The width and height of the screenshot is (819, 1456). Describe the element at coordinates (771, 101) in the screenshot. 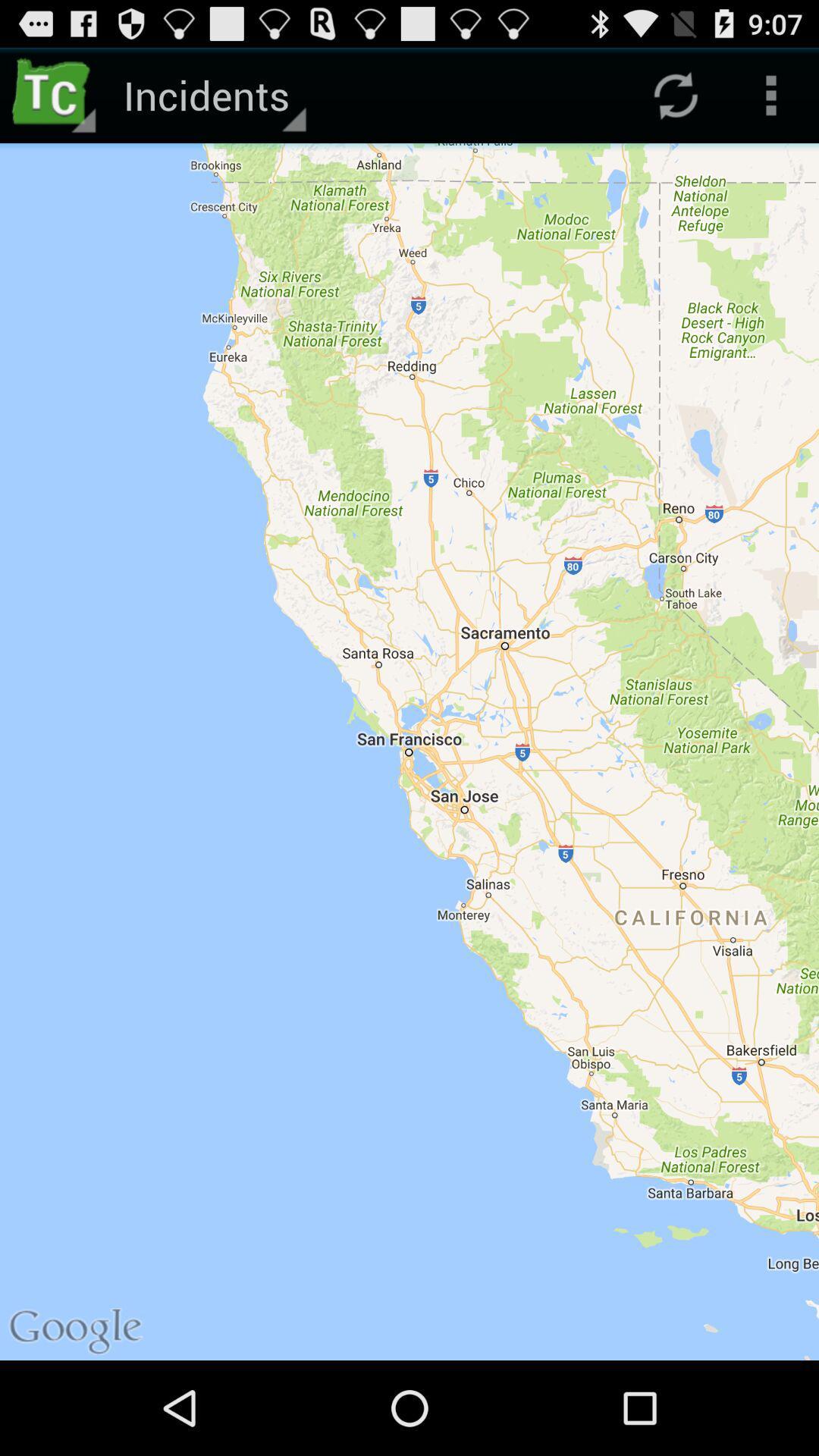

I see `the more icon` at that location.